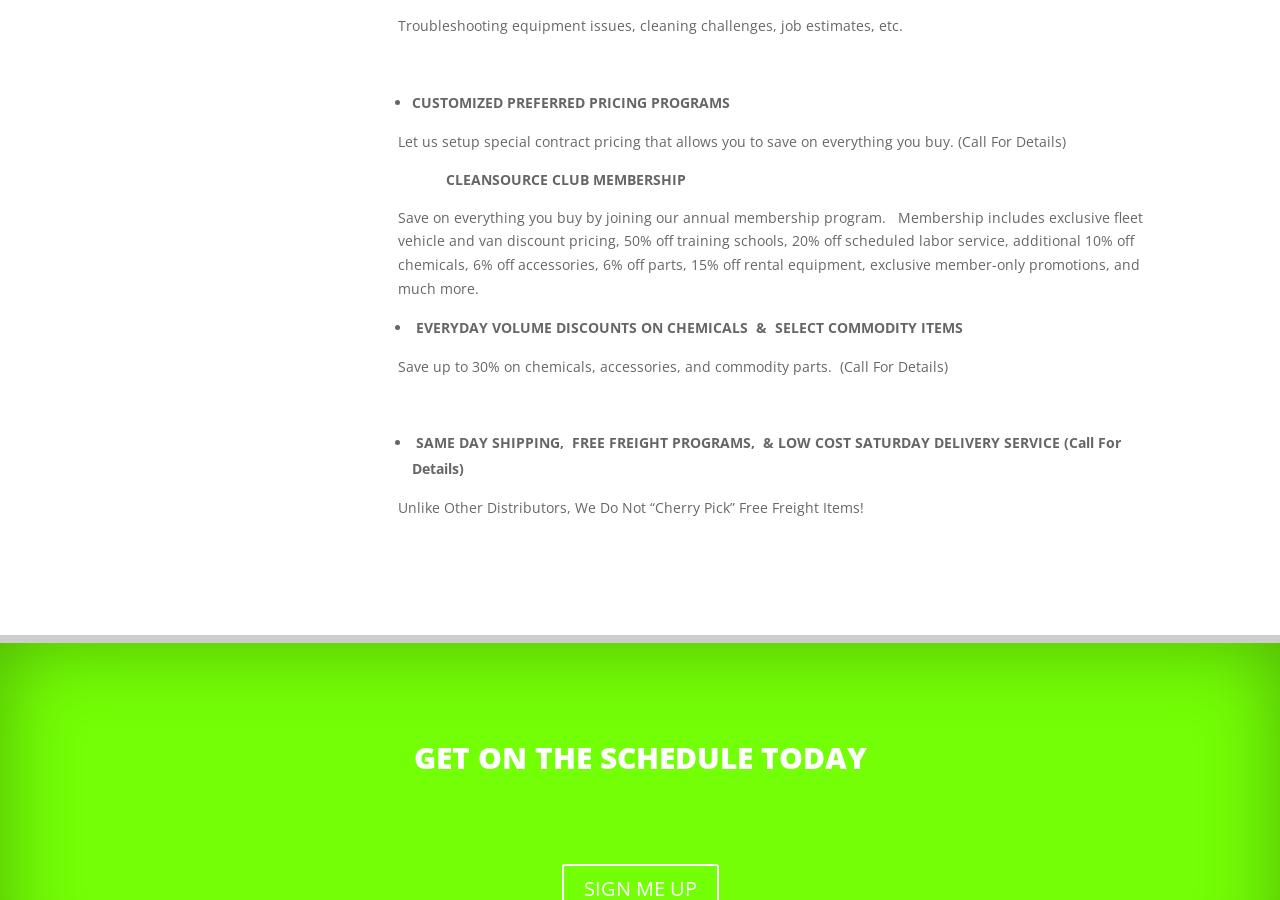 The height and width of the screenshot is (900, 1280). Describe the element at coordinates (689, 325) in the screenshot. I see `'EVERYDAY VOLUME DISCOUNTS ON CHEMICALS  &  SELECT COMMODITY ITEMS'` at that location.